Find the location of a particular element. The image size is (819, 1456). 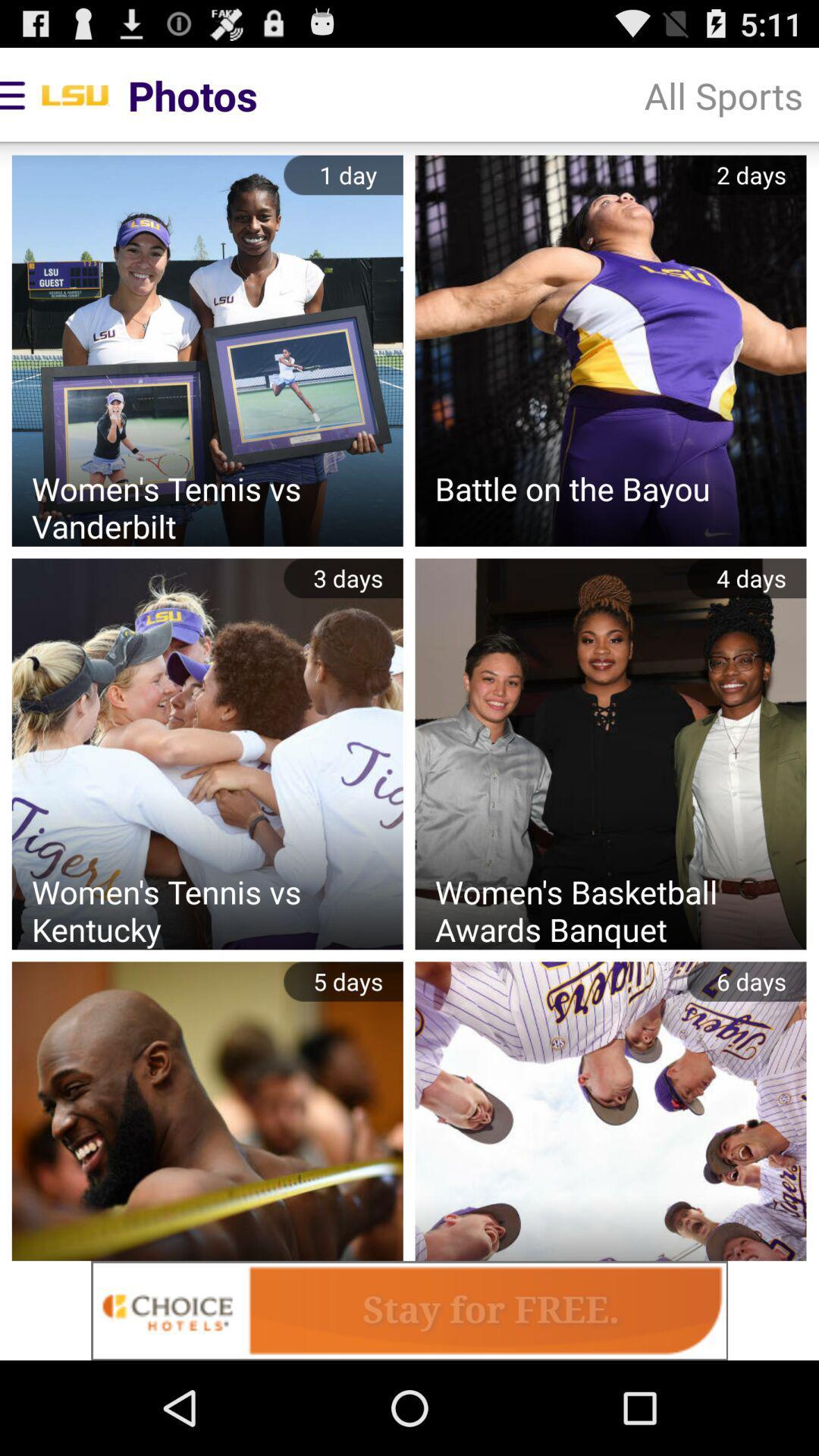

link to choice hotels website is located at coordinates (409, 1310).